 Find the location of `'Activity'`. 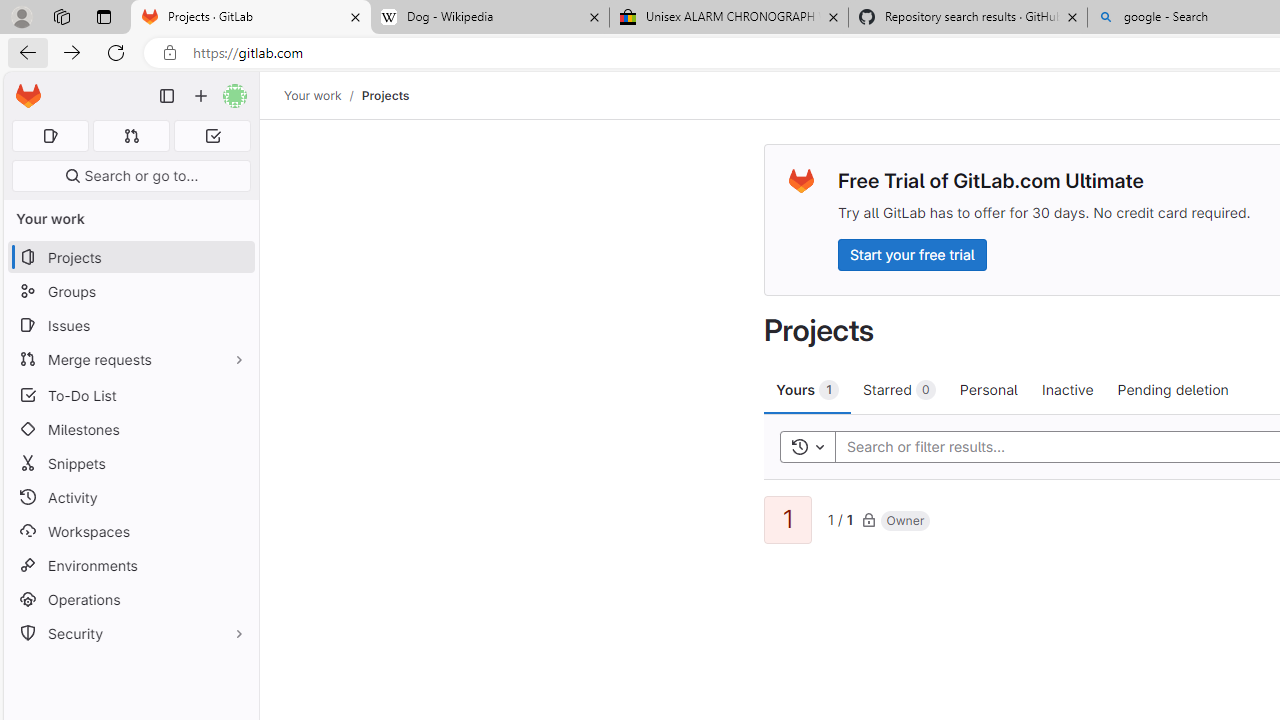

'Activity' is located at coordinates (130, 496).